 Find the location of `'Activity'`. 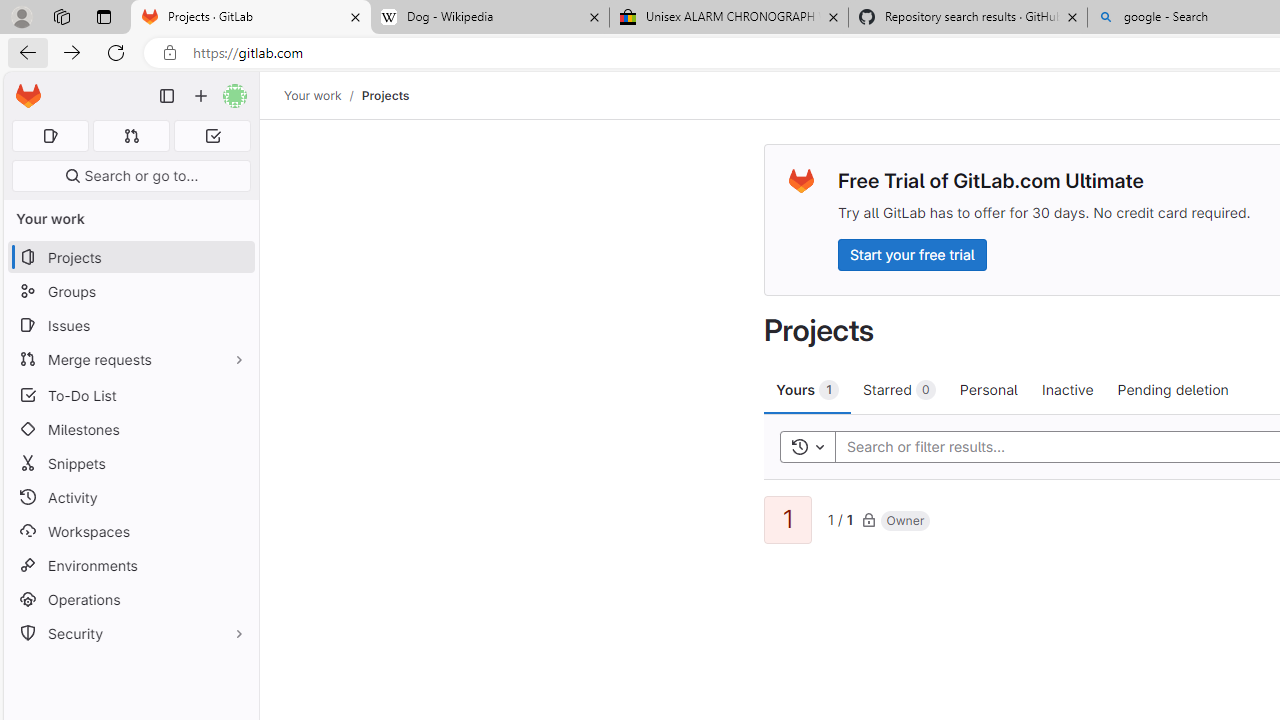

'Activity' is located at coordinates (130, 496).